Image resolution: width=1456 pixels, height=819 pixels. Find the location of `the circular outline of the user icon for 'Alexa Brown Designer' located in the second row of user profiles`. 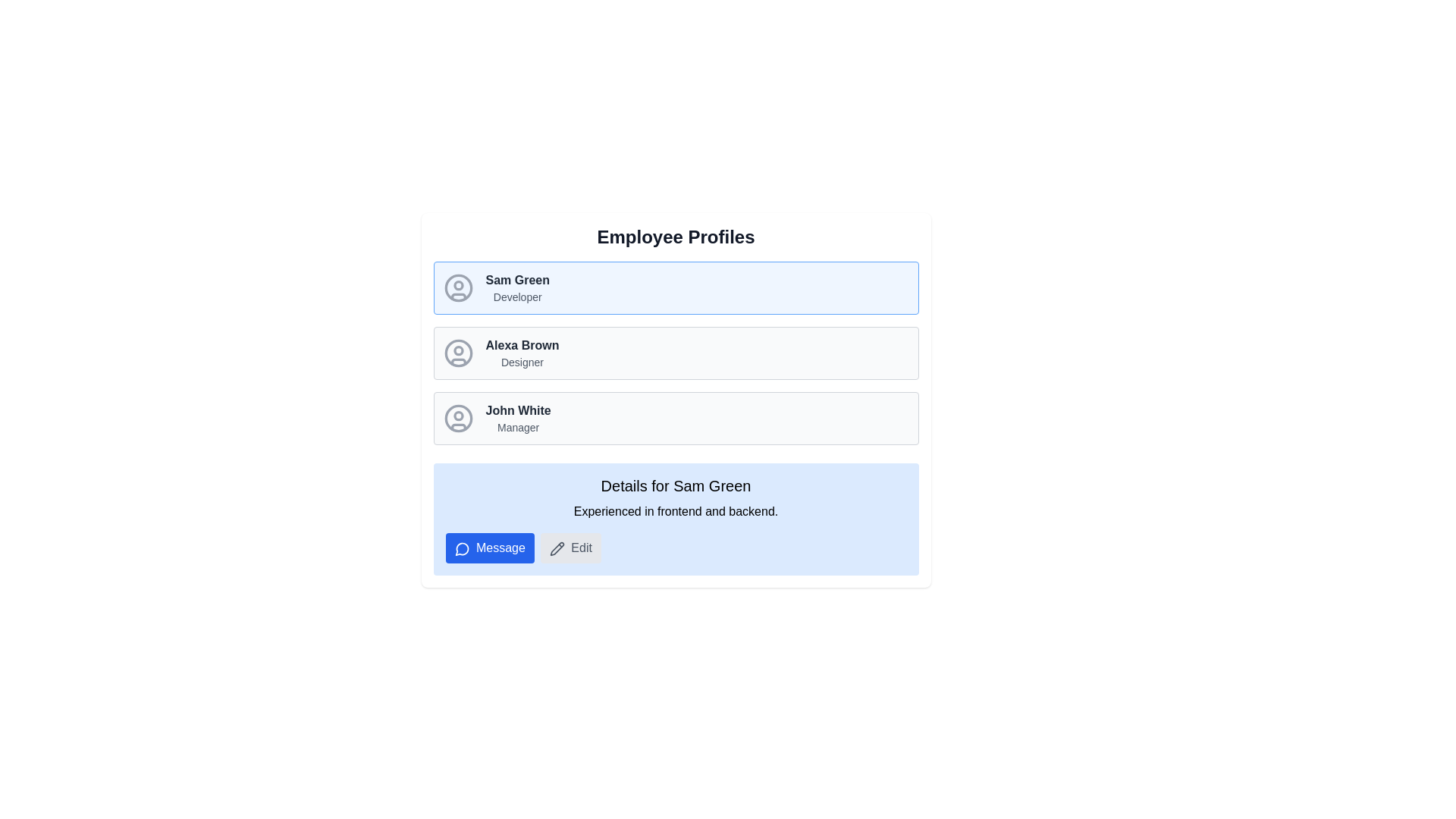

the circular outline of the user icon for 'Alexa Brown Designer' located in the second row of user profiles is located at coordinates (457, 353).